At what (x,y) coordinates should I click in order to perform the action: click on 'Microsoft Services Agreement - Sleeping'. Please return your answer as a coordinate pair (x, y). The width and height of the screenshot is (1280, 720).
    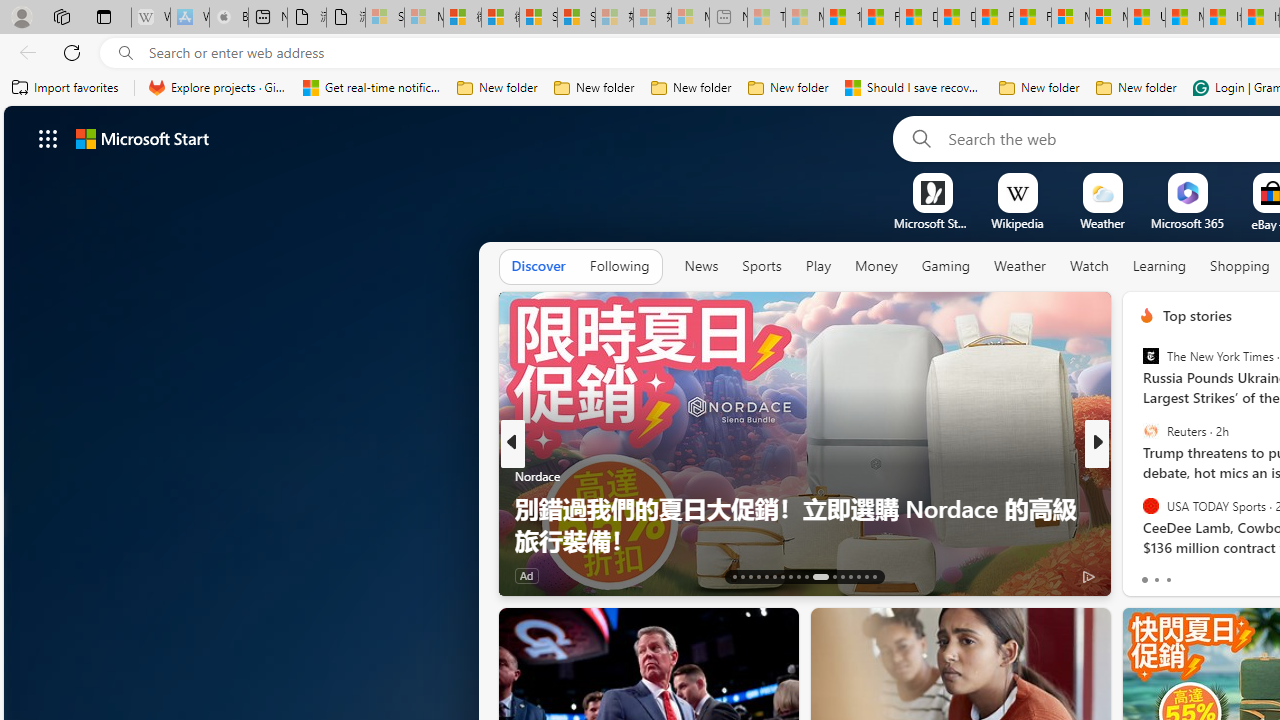
    Looking at the image, I should click on (422, 17).